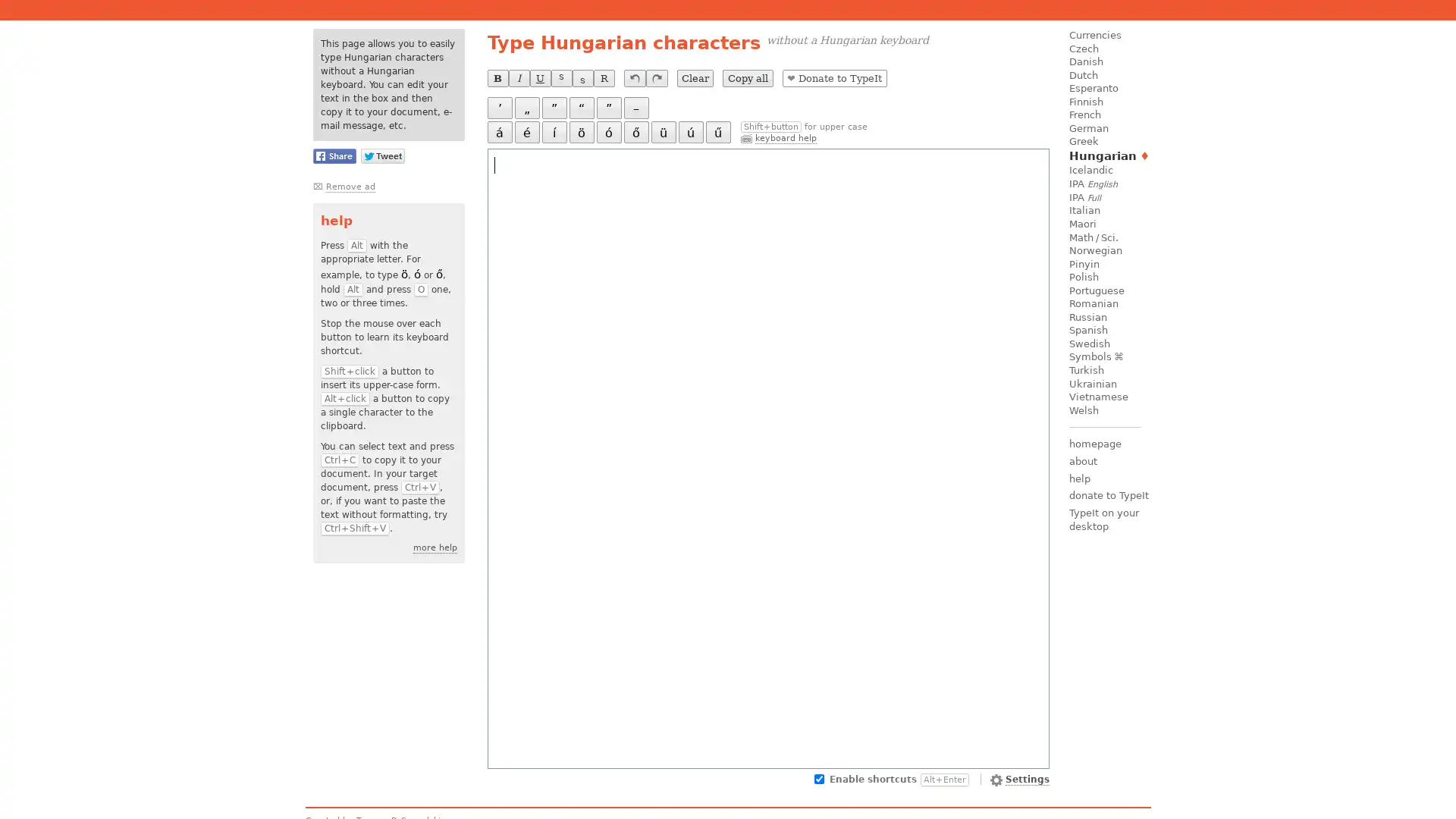 Image resolution: width=1456 pixels, height=819 pixels. What do you see at coordinates (553, 131) in the screenshot?
I see `i` at bounding box center [553, 131].